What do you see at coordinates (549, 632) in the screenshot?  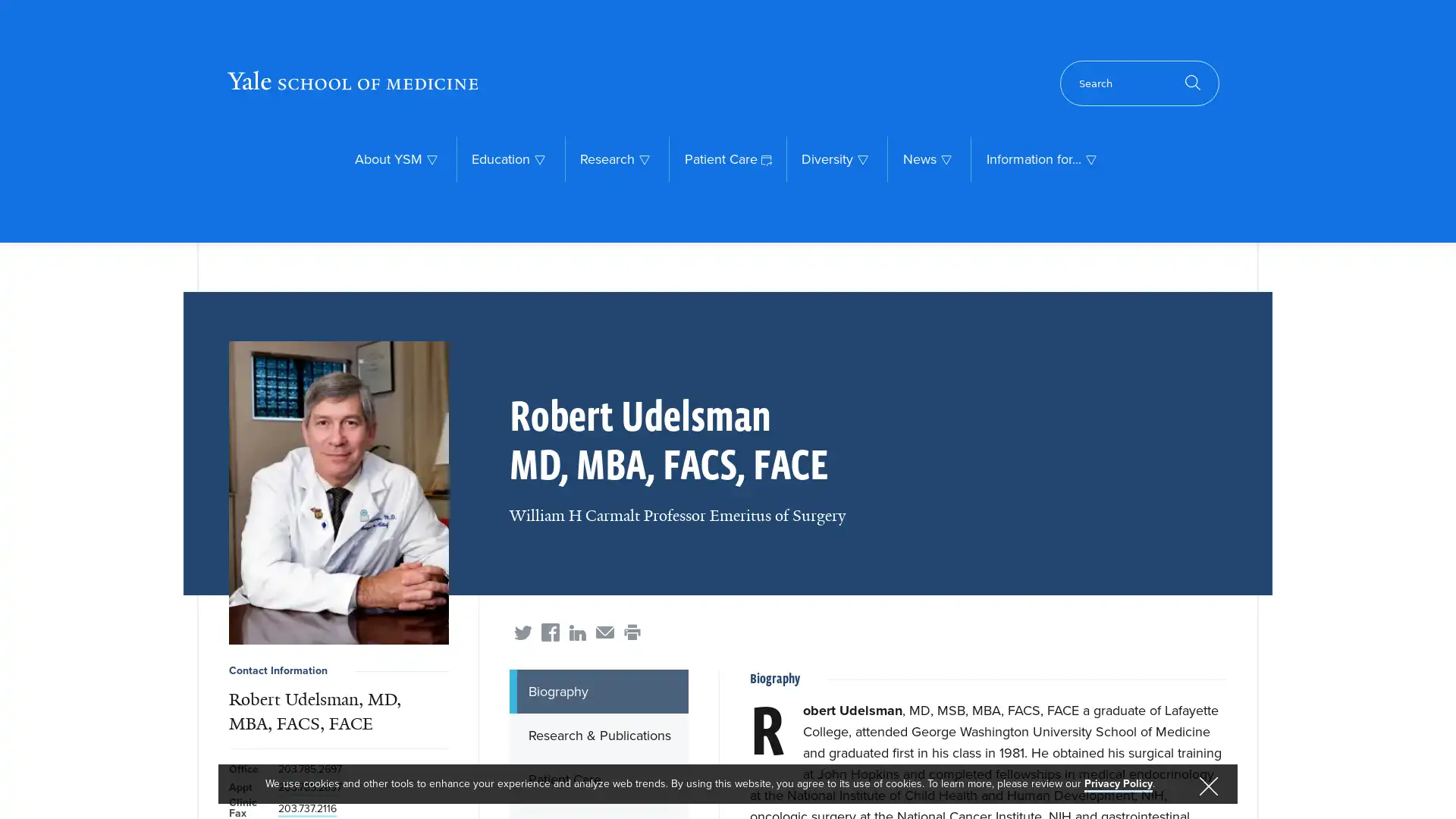 I see `Share via Facebook` at bounding box center [549, 632].